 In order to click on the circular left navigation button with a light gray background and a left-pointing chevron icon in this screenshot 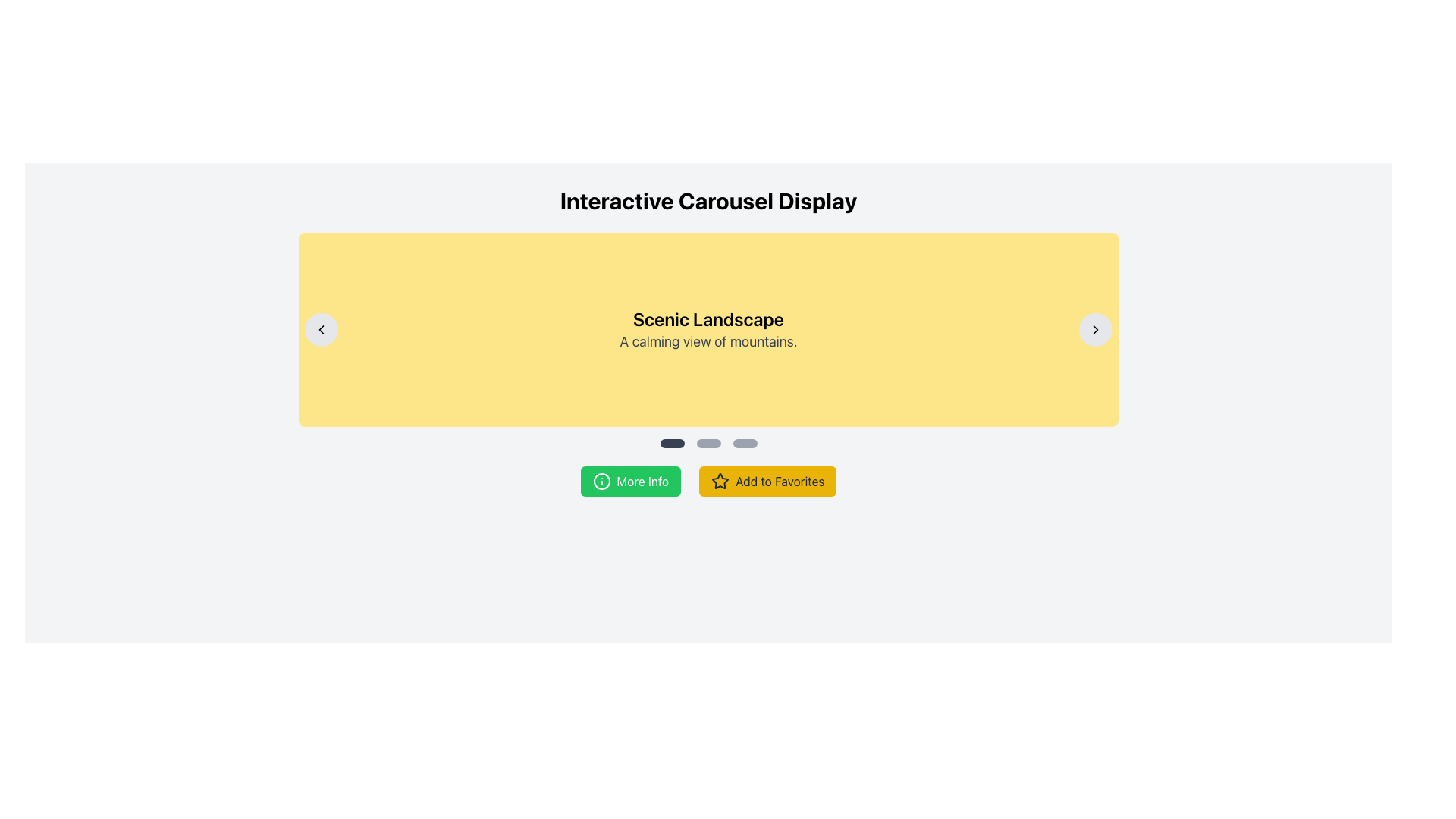, I will do `click(320, 329)`.